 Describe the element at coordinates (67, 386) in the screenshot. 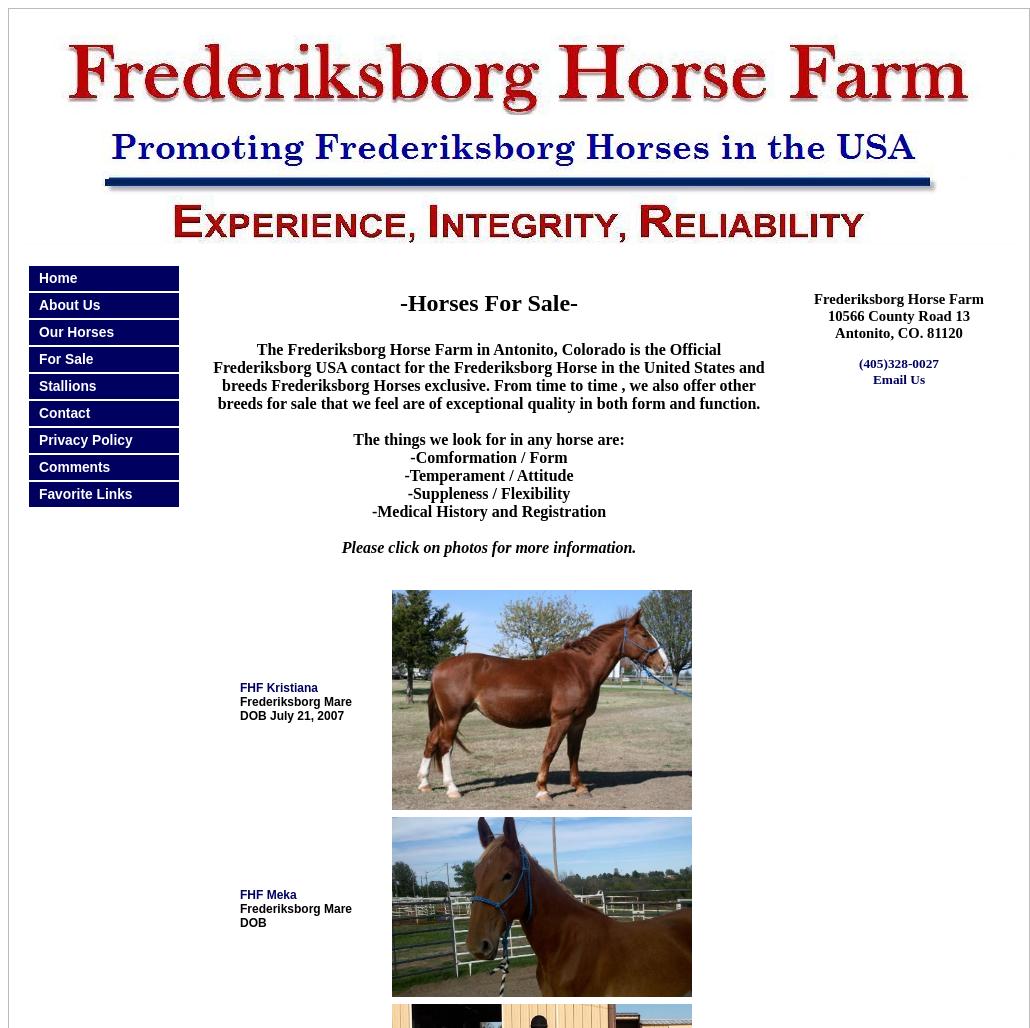

I see `'Stallions'` at that location.